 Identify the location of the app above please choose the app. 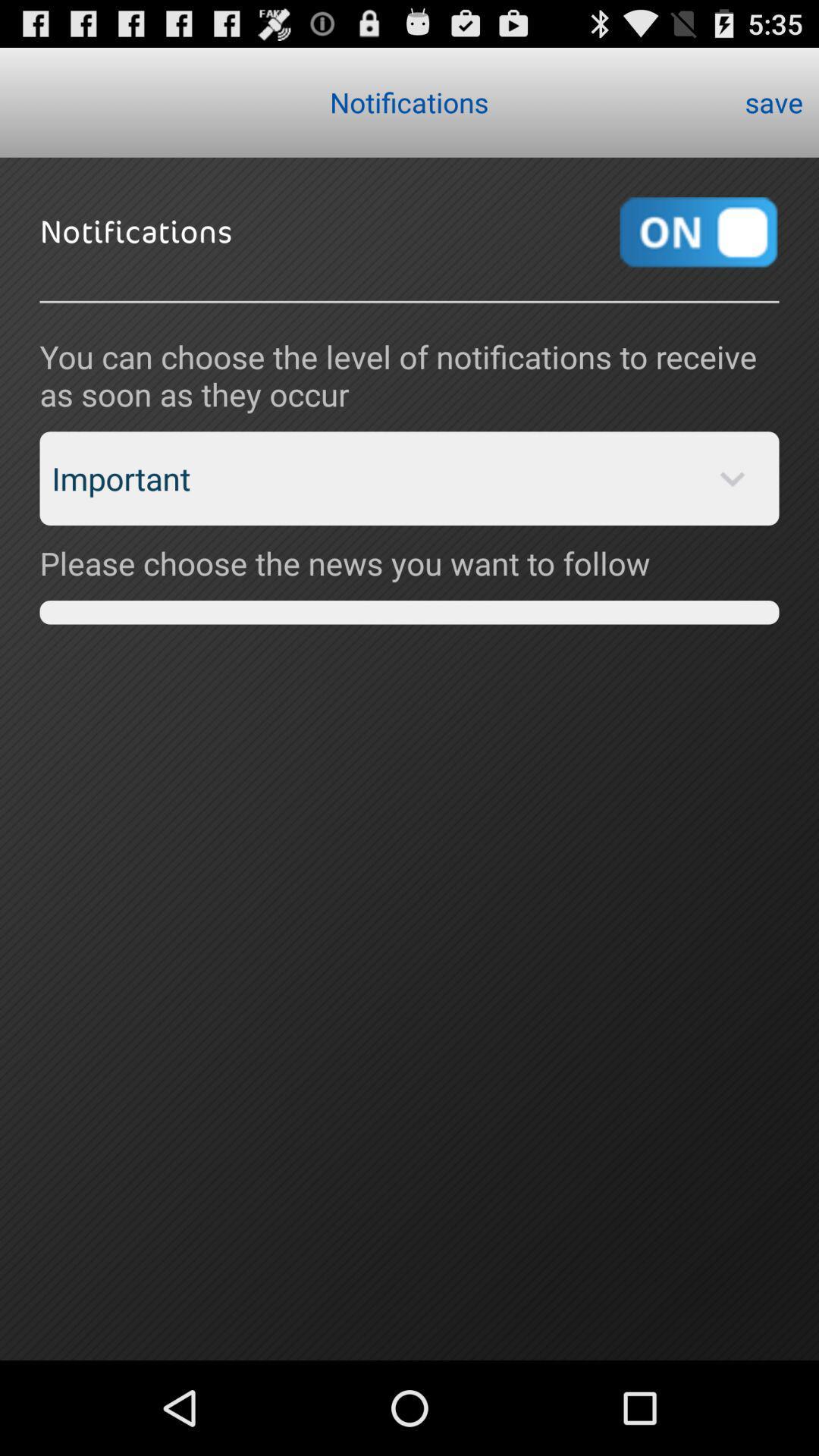
(409, 478).